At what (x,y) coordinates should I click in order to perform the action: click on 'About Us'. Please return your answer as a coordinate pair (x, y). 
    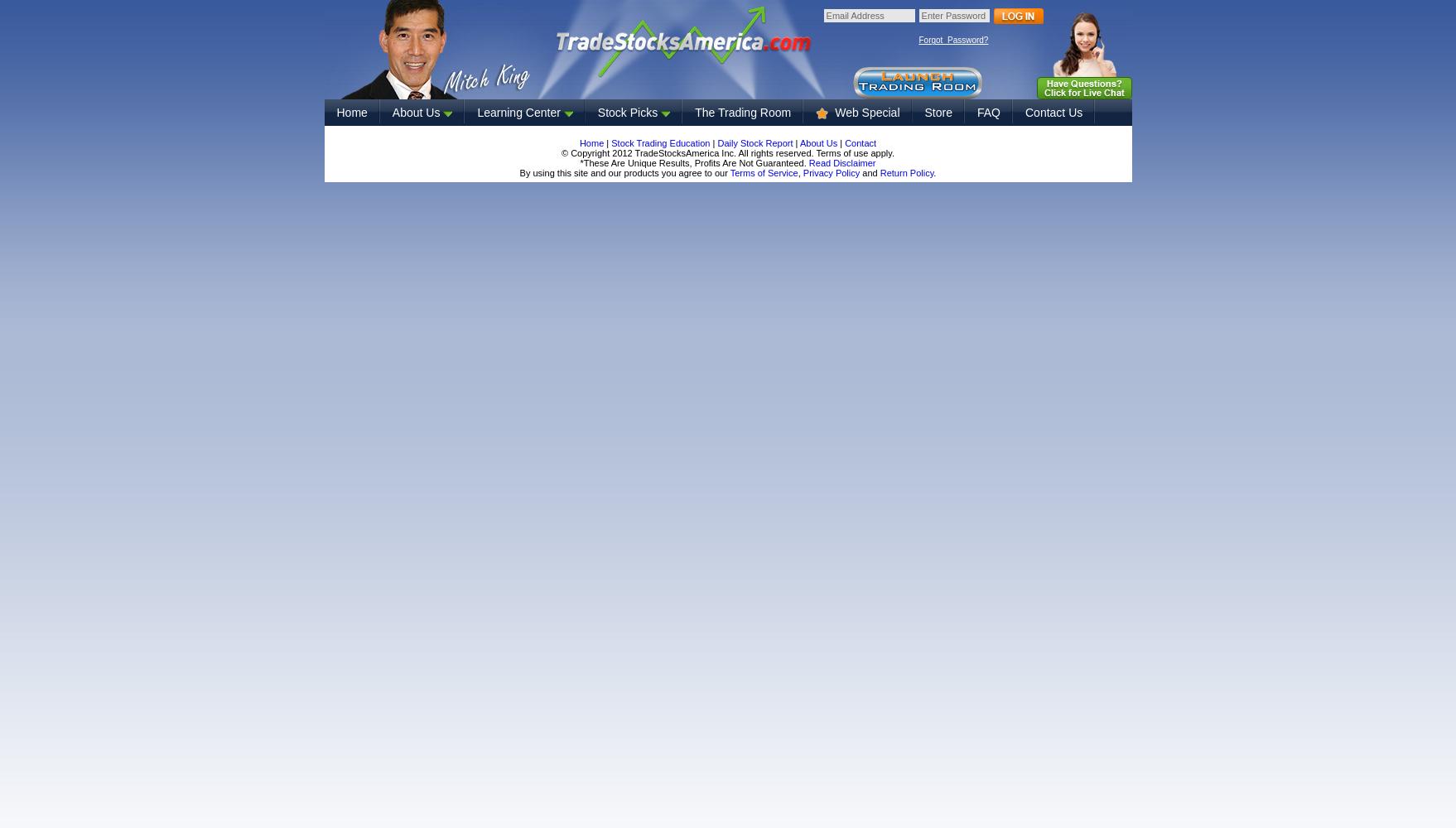
    Looking at the image, I should click on (817, 143).